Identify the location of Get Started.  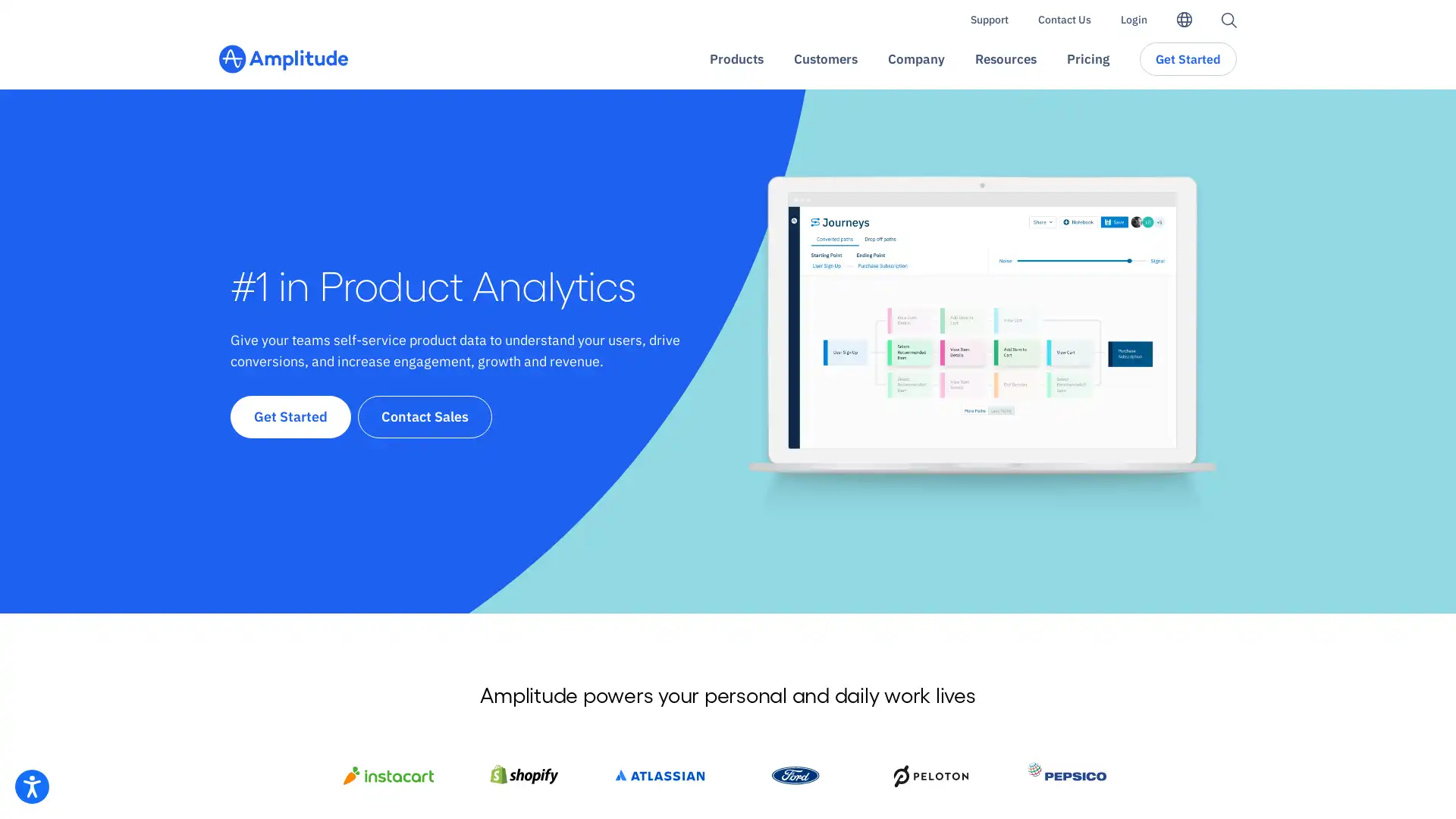
(290, 416).